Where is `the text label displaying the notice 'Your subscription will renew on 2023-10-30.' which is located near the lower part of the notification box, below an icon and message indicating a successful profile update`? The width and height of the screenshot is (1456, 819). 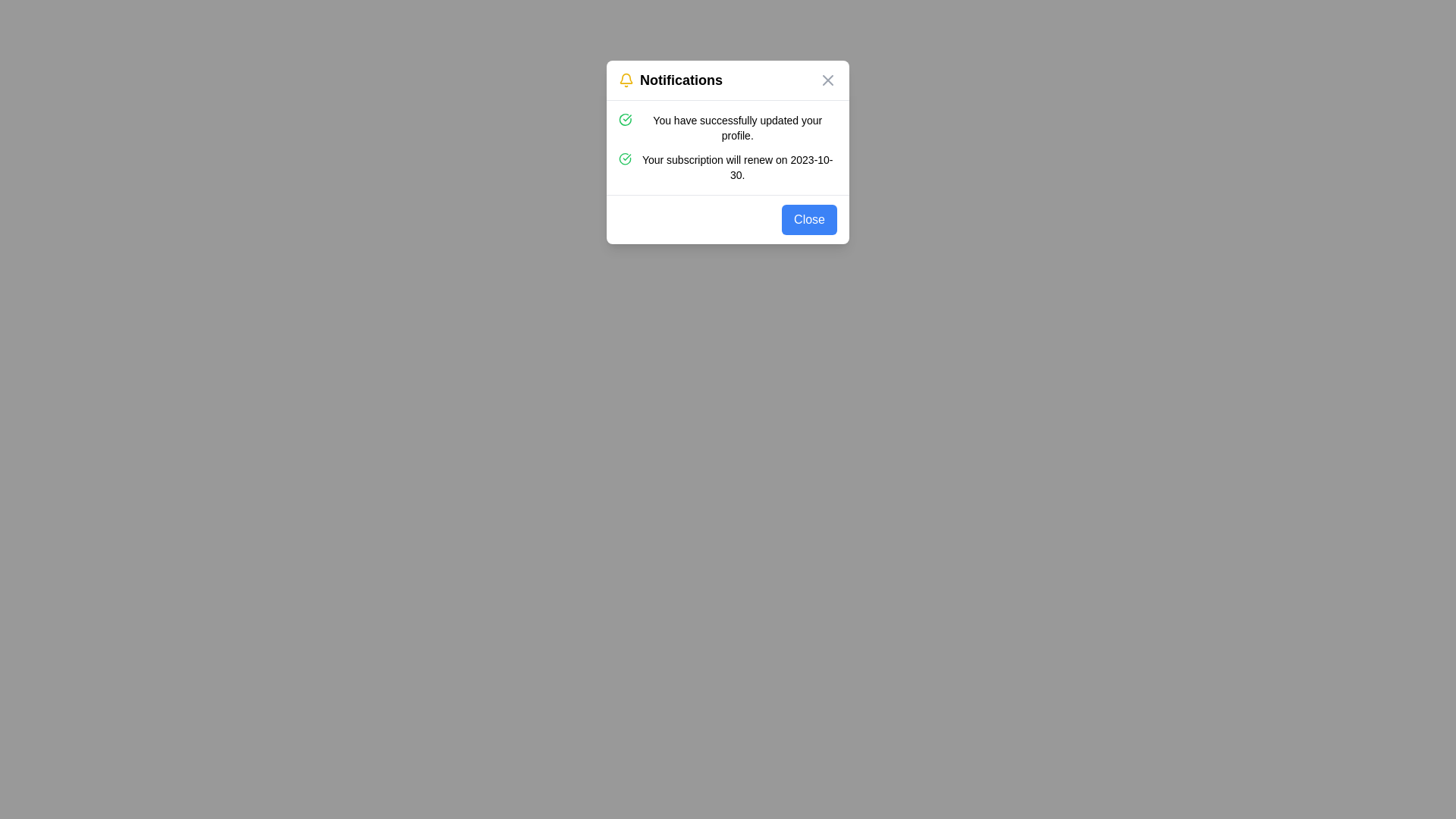
the text label displaying the notice 'Your subscription will renew on 2023-10-30.' which is located near the lower part of the notification box, below an icon and message indicating a successful profile update is located at coordinates (737, 167).